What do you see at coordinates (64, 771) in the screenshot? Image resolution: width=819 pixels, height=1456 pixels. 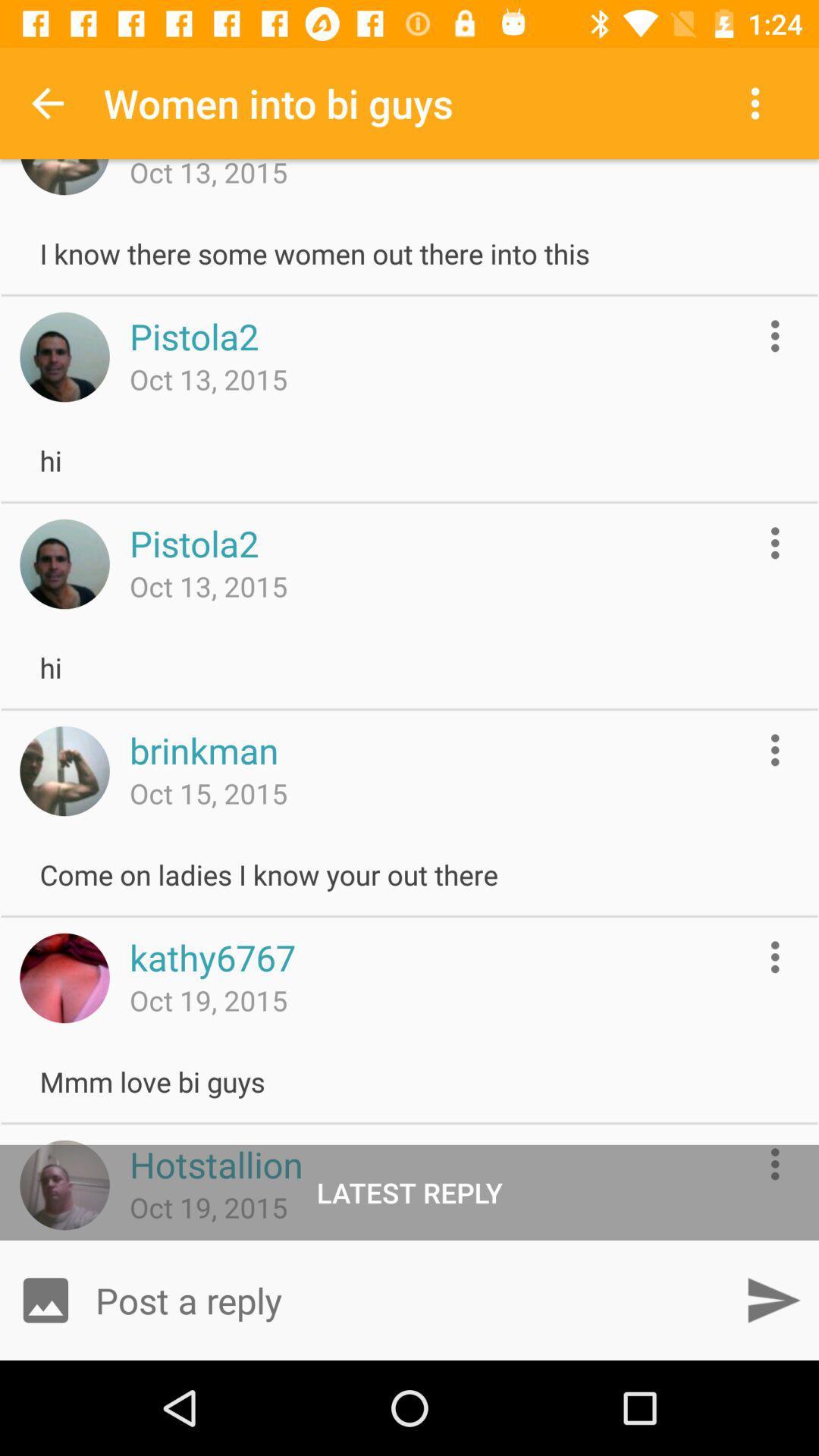 I see `link to user profile` at bounding box center [64, 771].